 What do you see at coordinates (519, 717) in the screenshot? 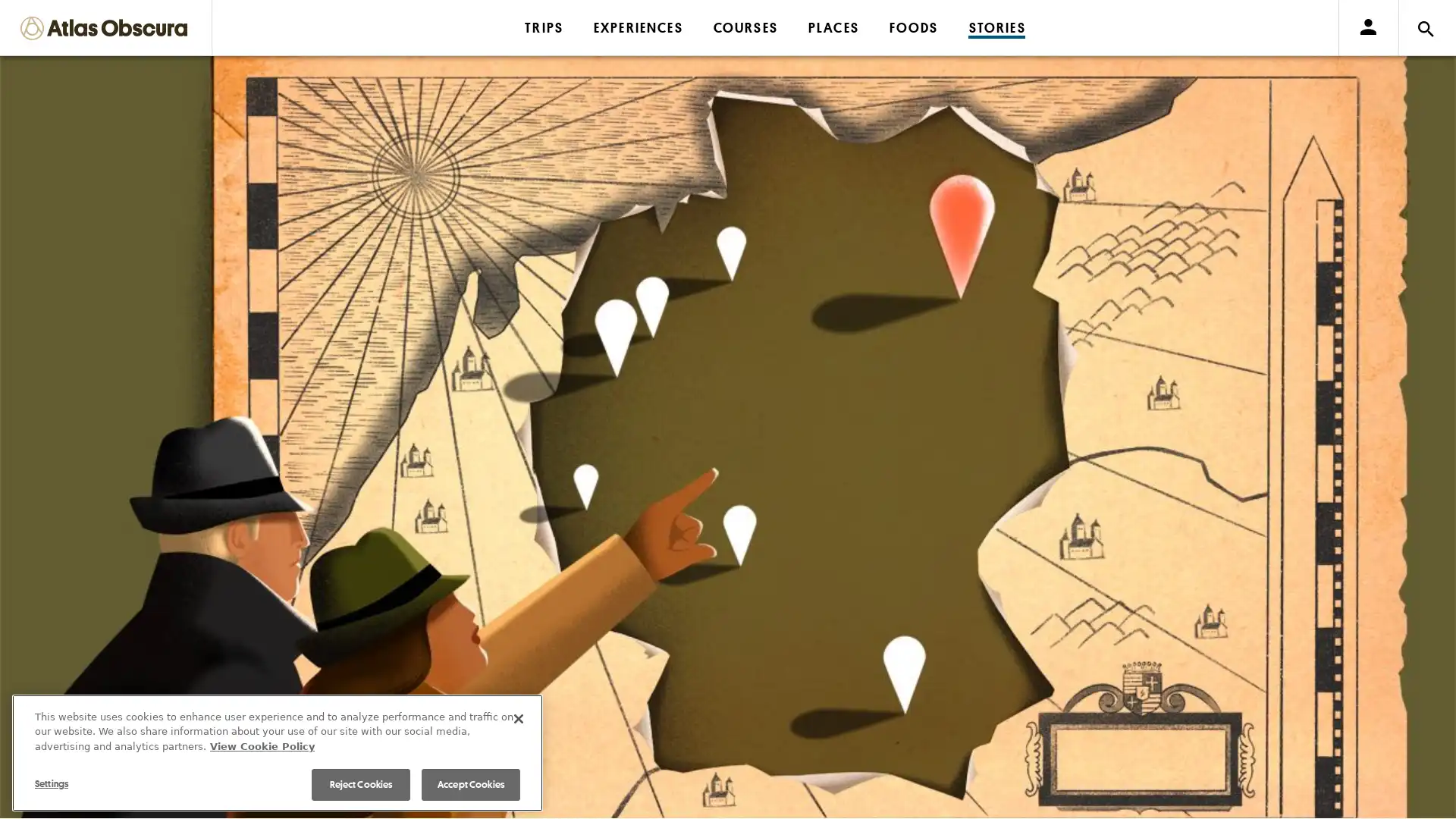
I see `Close` at bounding box center [519, 717].